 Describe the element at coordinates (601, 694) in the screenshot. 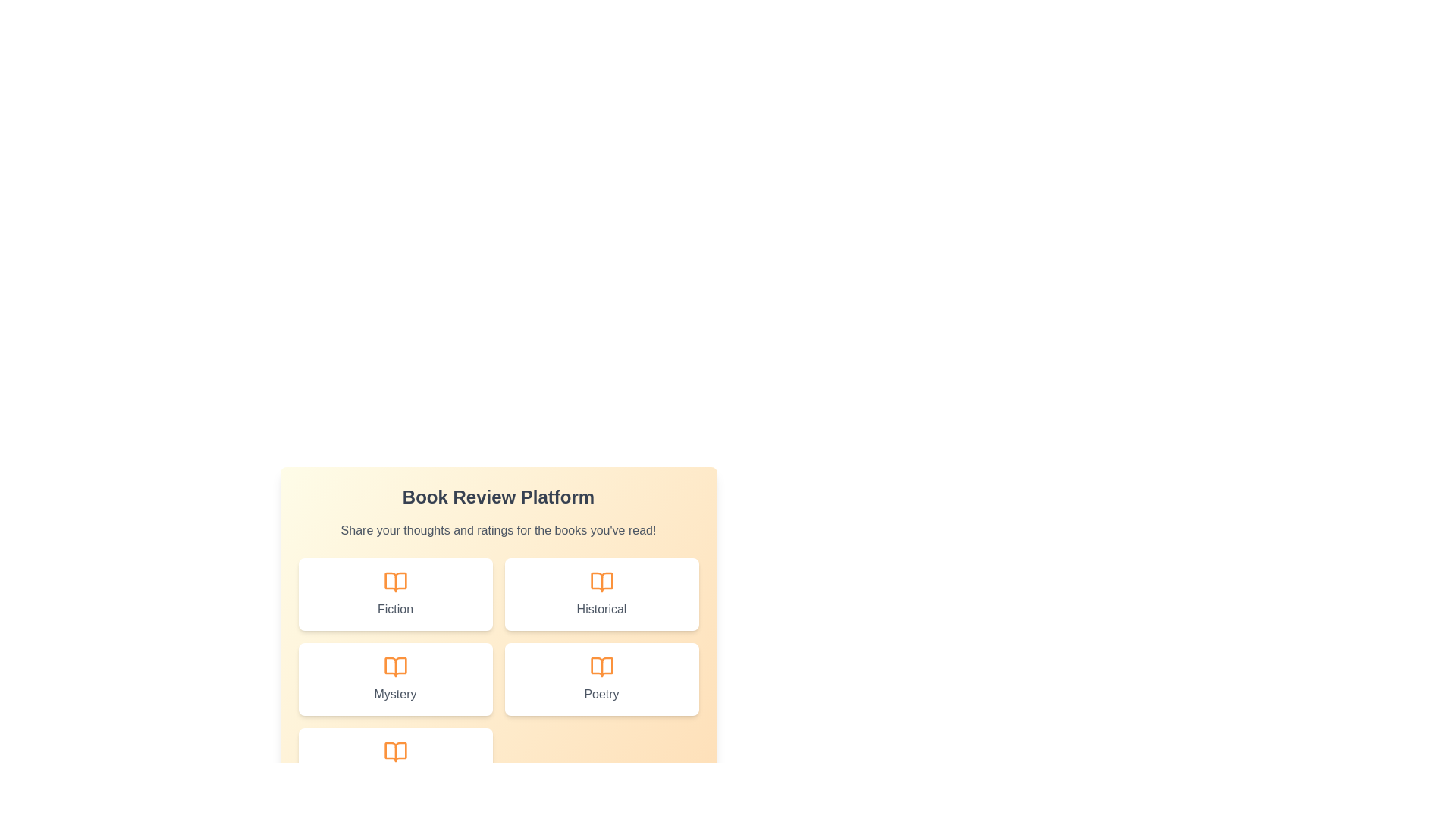

I see `the 'Poetry' text label, which features a gray font on a white card background with rounded corners, located in the bottom-right cell of the grid under the 'Historical' category` at that location.